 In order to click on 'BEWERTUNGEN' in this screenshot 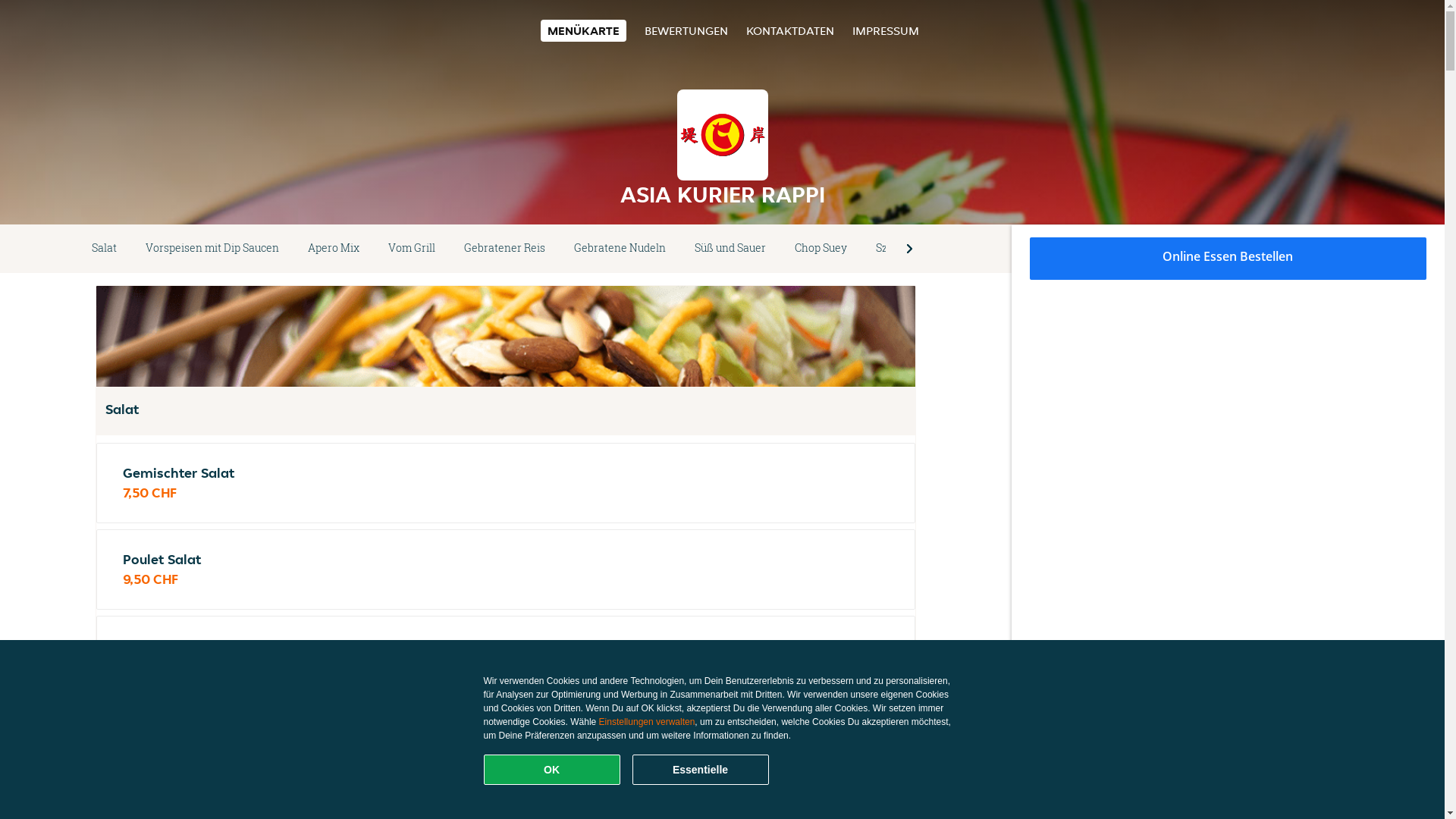, I will do `click(686, 30)`.